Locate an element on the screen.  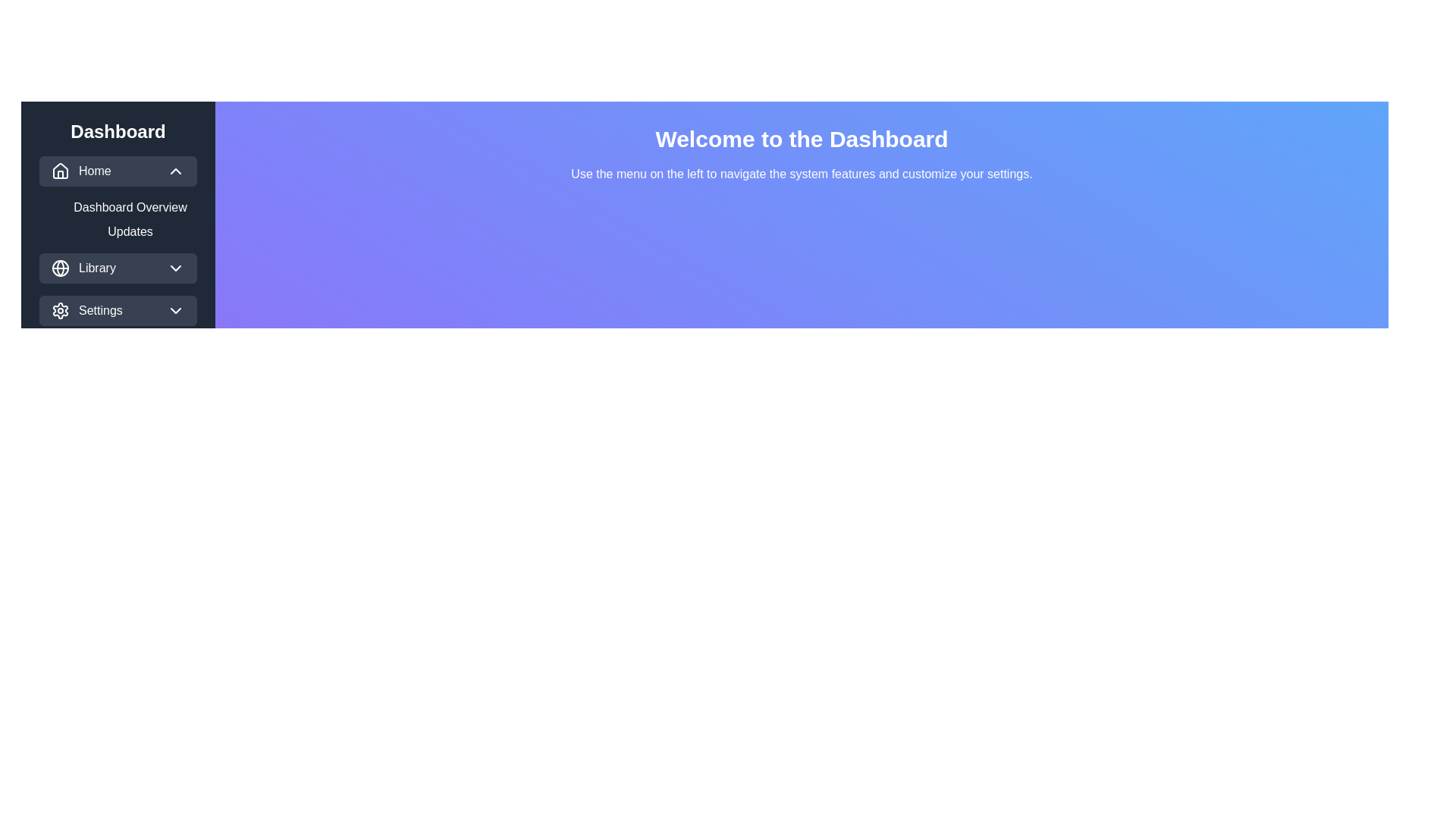
the 'Updates' text label in the sidebar menu to trigger the color change effect to purple is located at coordinates (118, 240).